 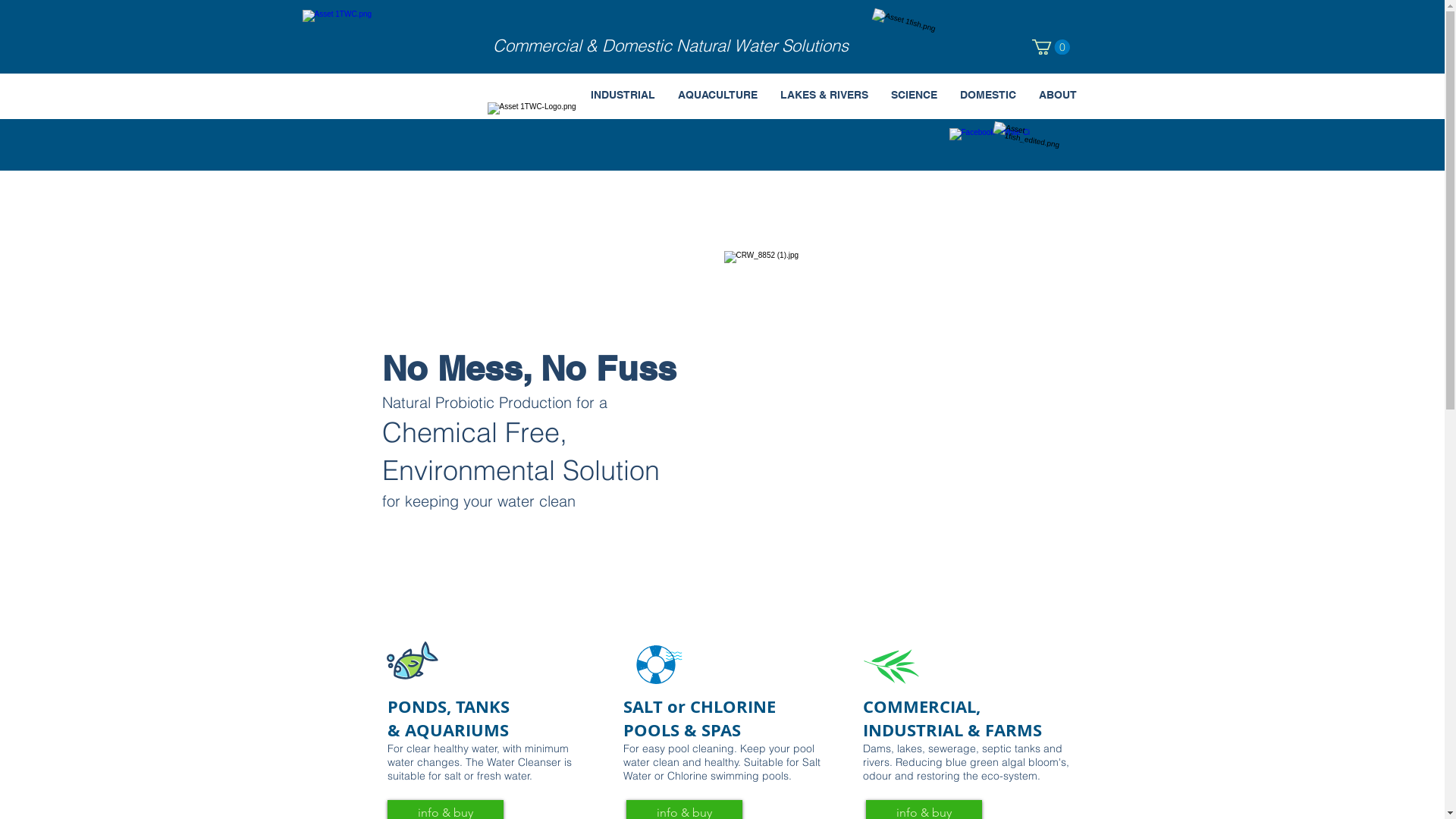 What do you see at coordinates (1050, 45) in the screenshot?
I see `'0'` at bounding box center [1050, 45].